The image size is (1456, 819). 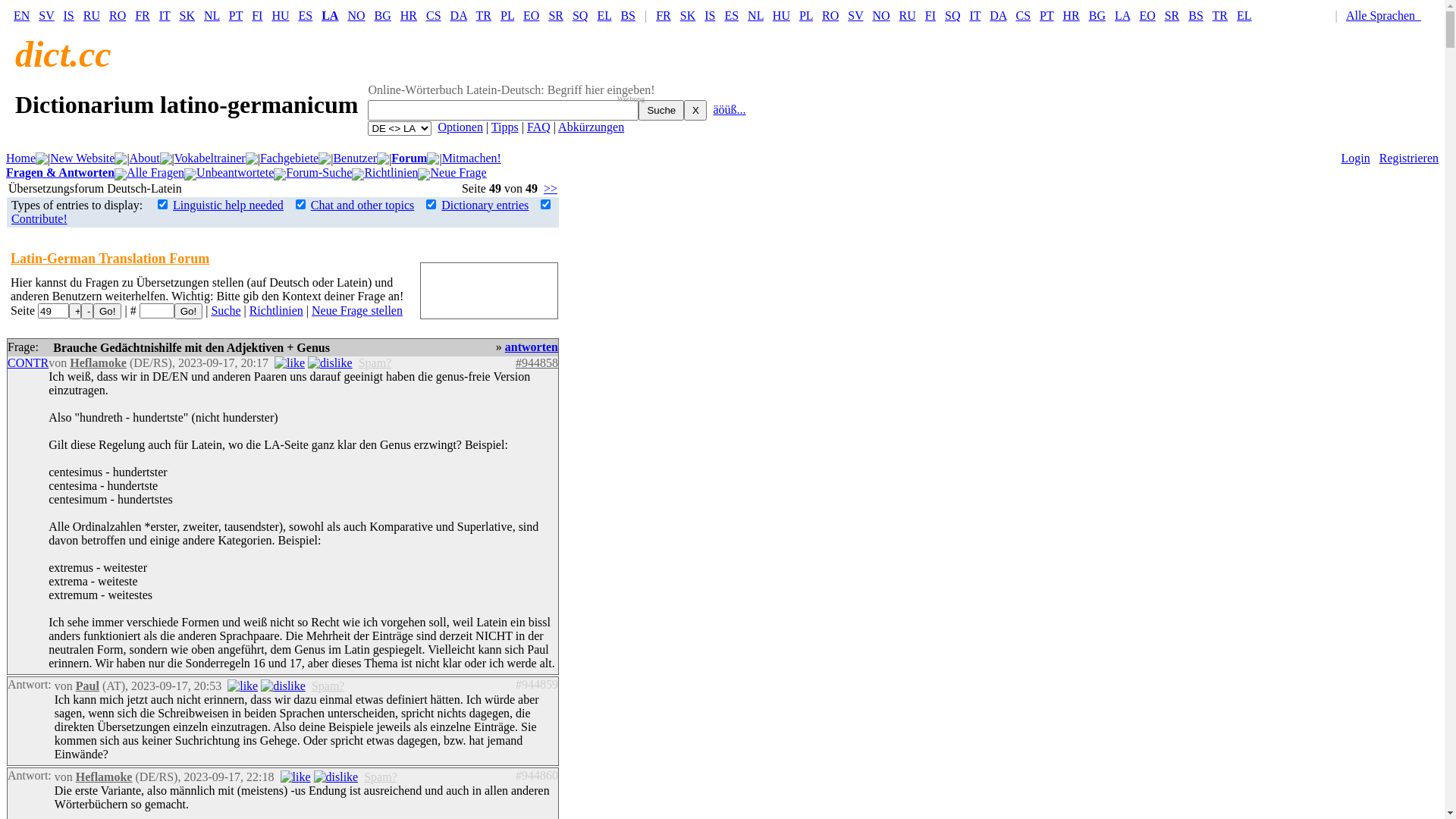 What do you see at coordinates (694, 109) in the screenshot?
I see `'X'` at bounding box center [694, 109].